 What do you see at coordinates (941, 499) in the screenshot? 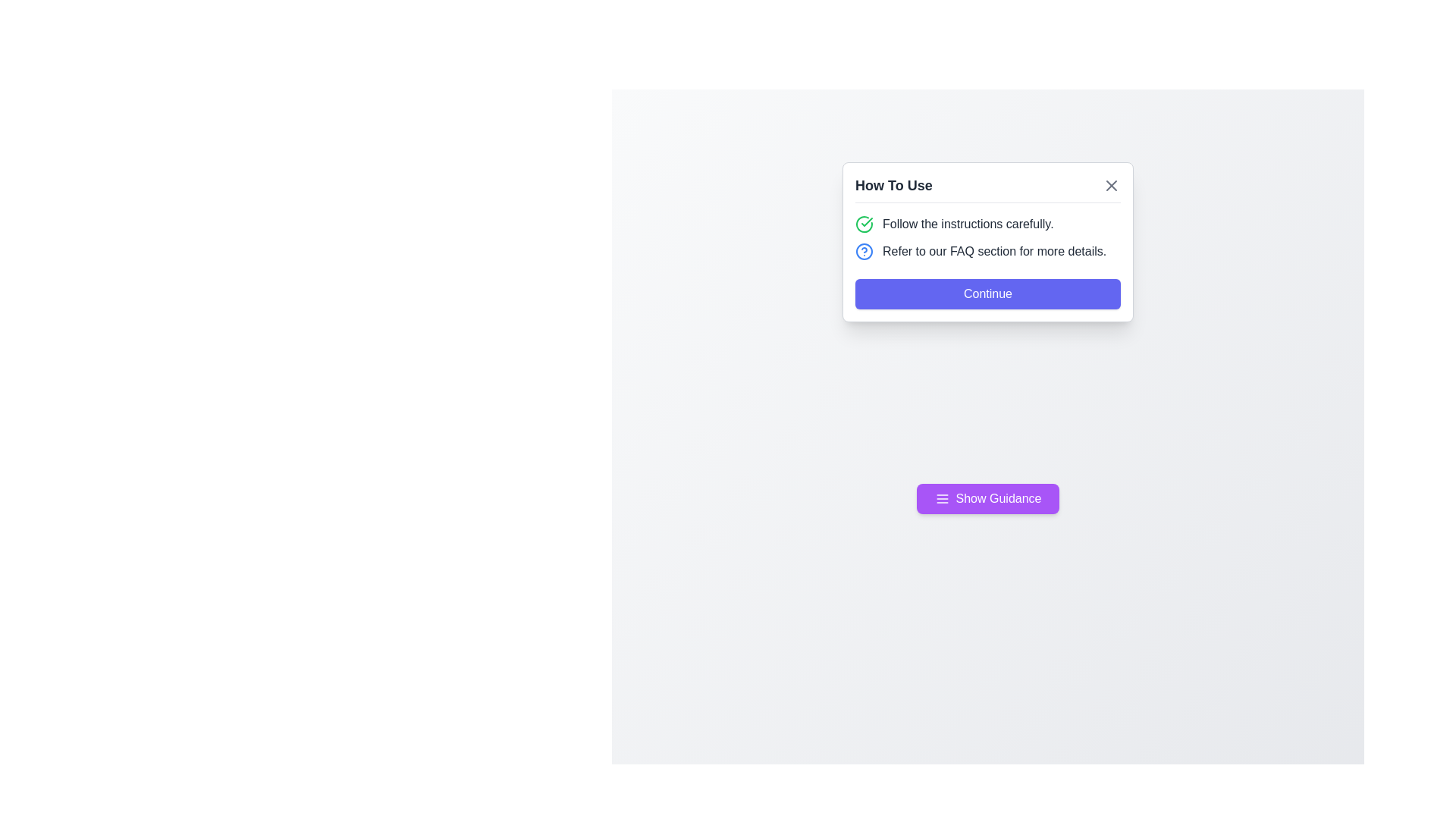
I see `the minimalist three-horizontal-line icon (hamburger icon) located within the 'Show Guidance' button, positioned towards the left side of the text` at bounding box center [941, 499].